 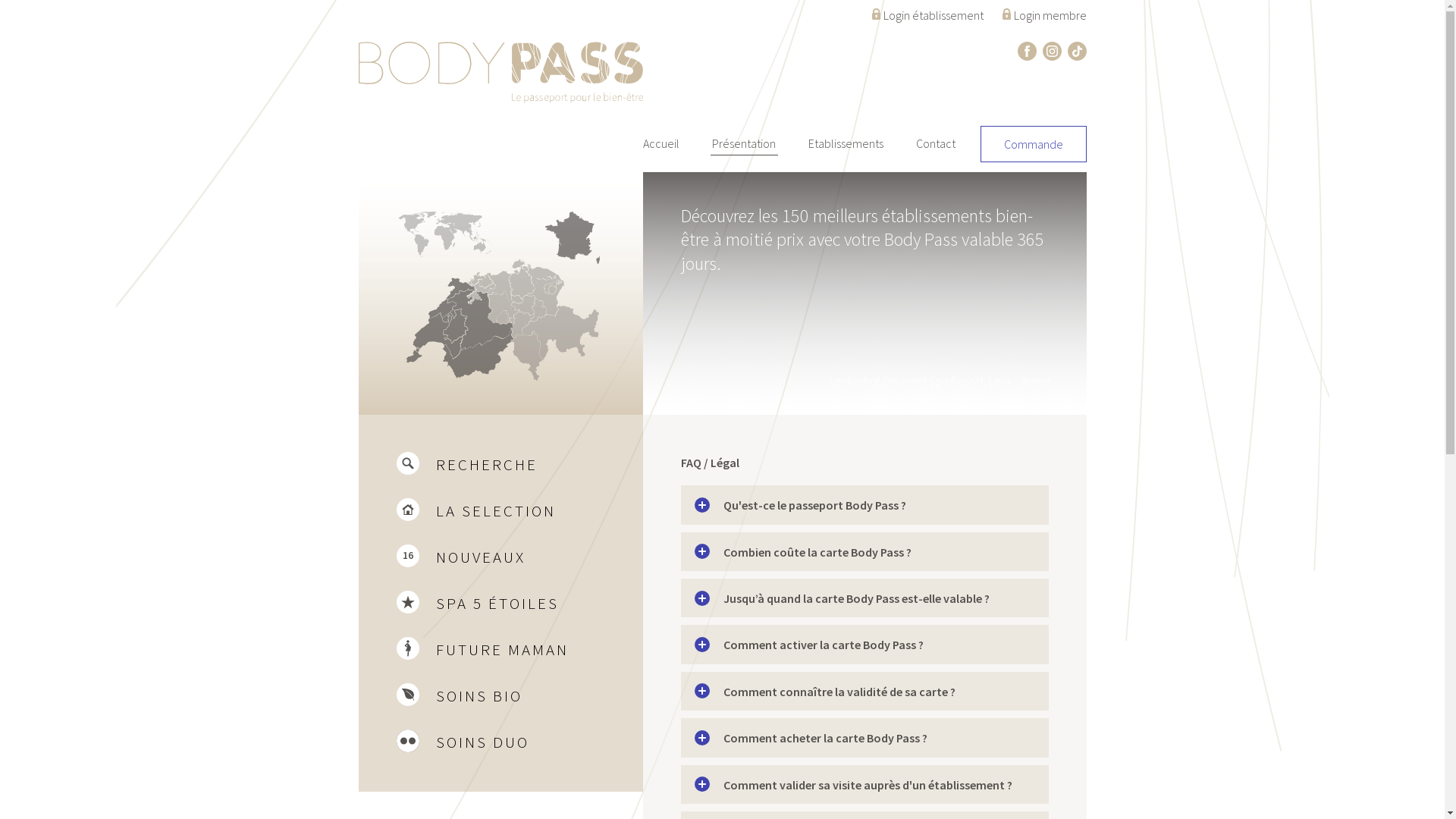 What do you see at coordinates (720, 293) in the screenshot?
I see `'Lenkerhof Gourmet Spa Resort, Lenk - Berne'` at bounding box center [720, 293].